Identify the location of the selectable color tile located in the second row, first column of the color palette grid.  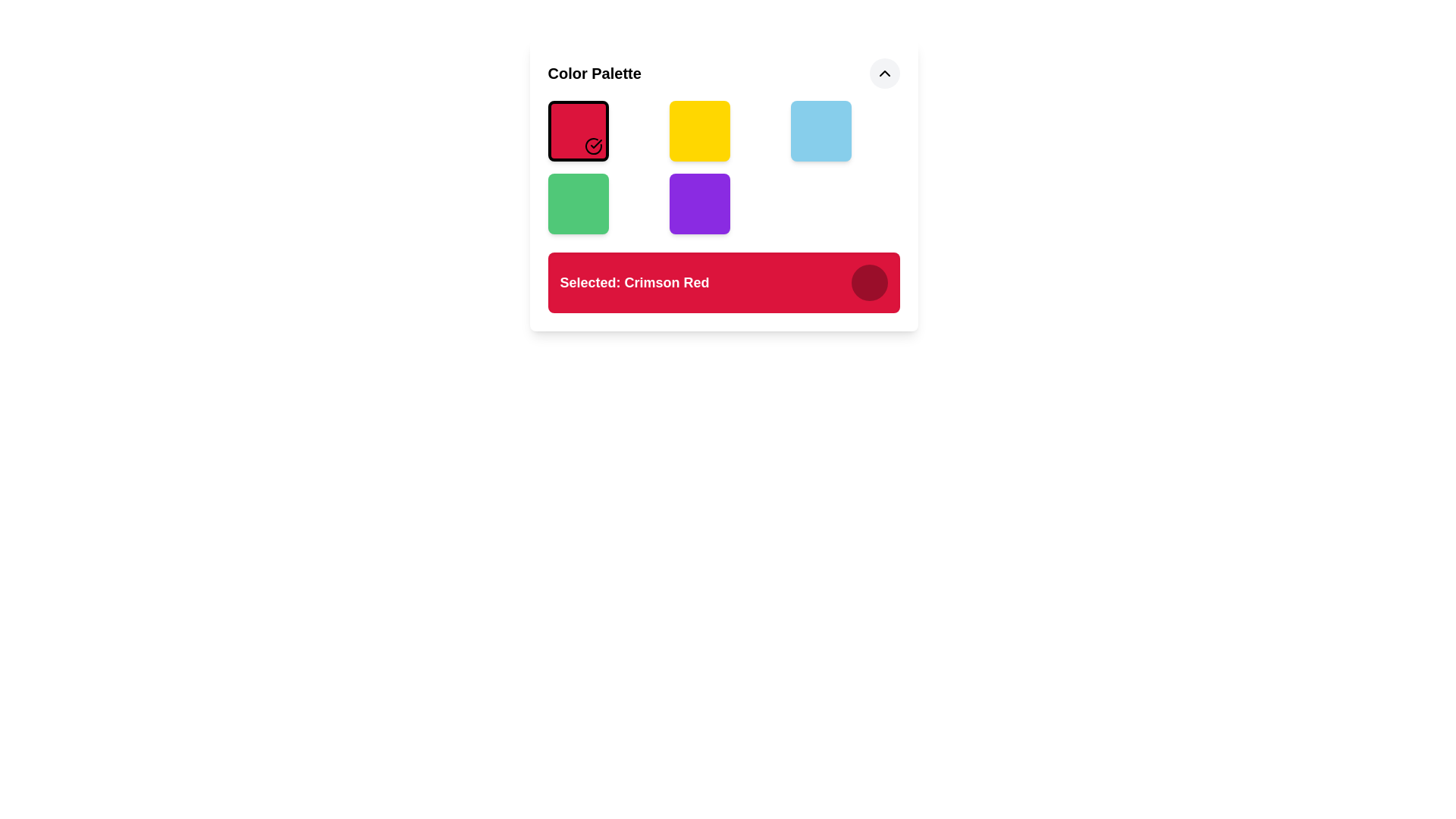
(577, 203).